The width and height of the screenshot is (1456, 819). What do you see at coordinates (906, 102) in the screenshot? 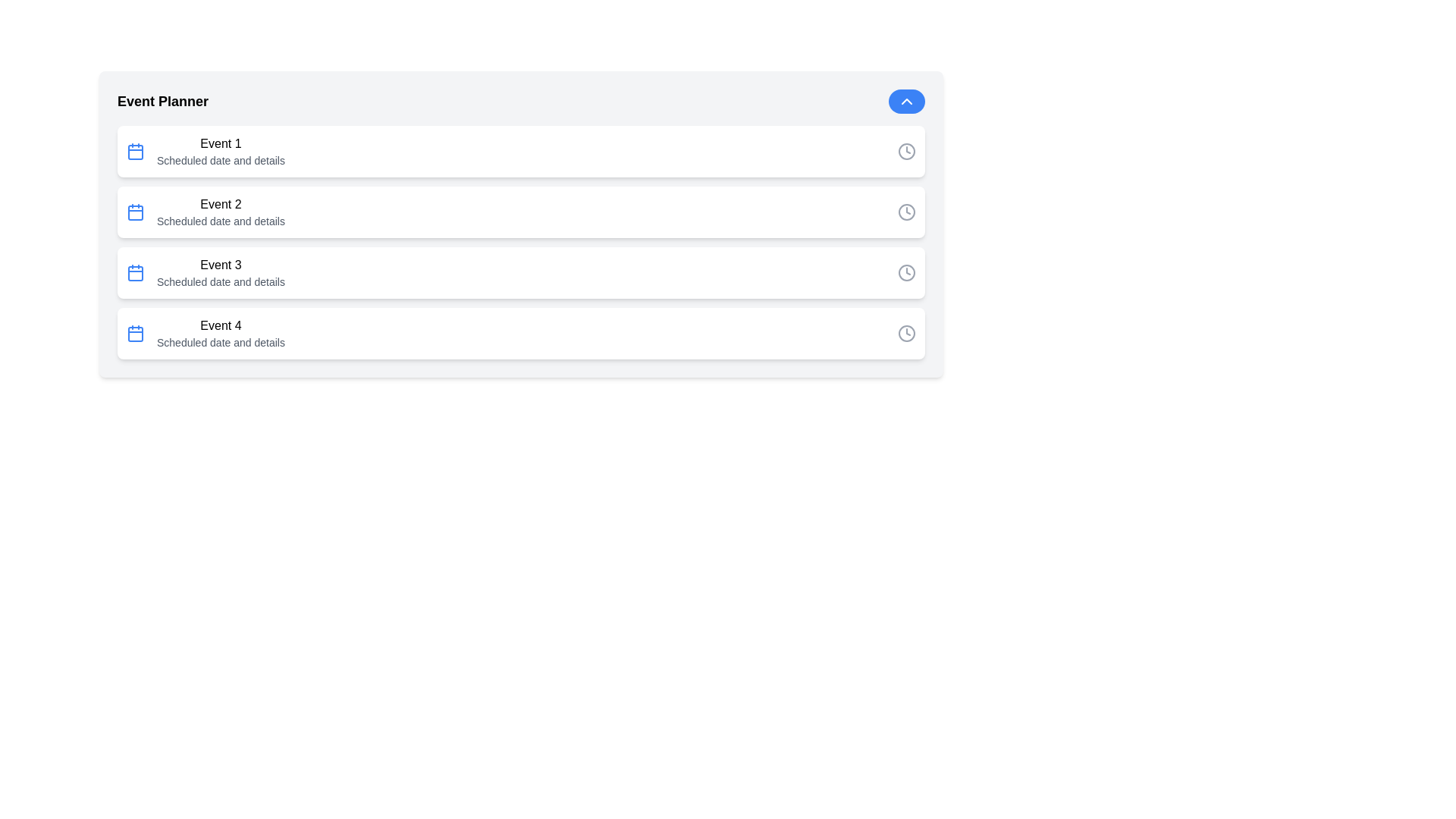
I see `the keyboard navigation on the upward chevron icon located in the rounded button with a blue background at the upper-right corner of the 'Event Planner' section` at bounding box center [906, 102].